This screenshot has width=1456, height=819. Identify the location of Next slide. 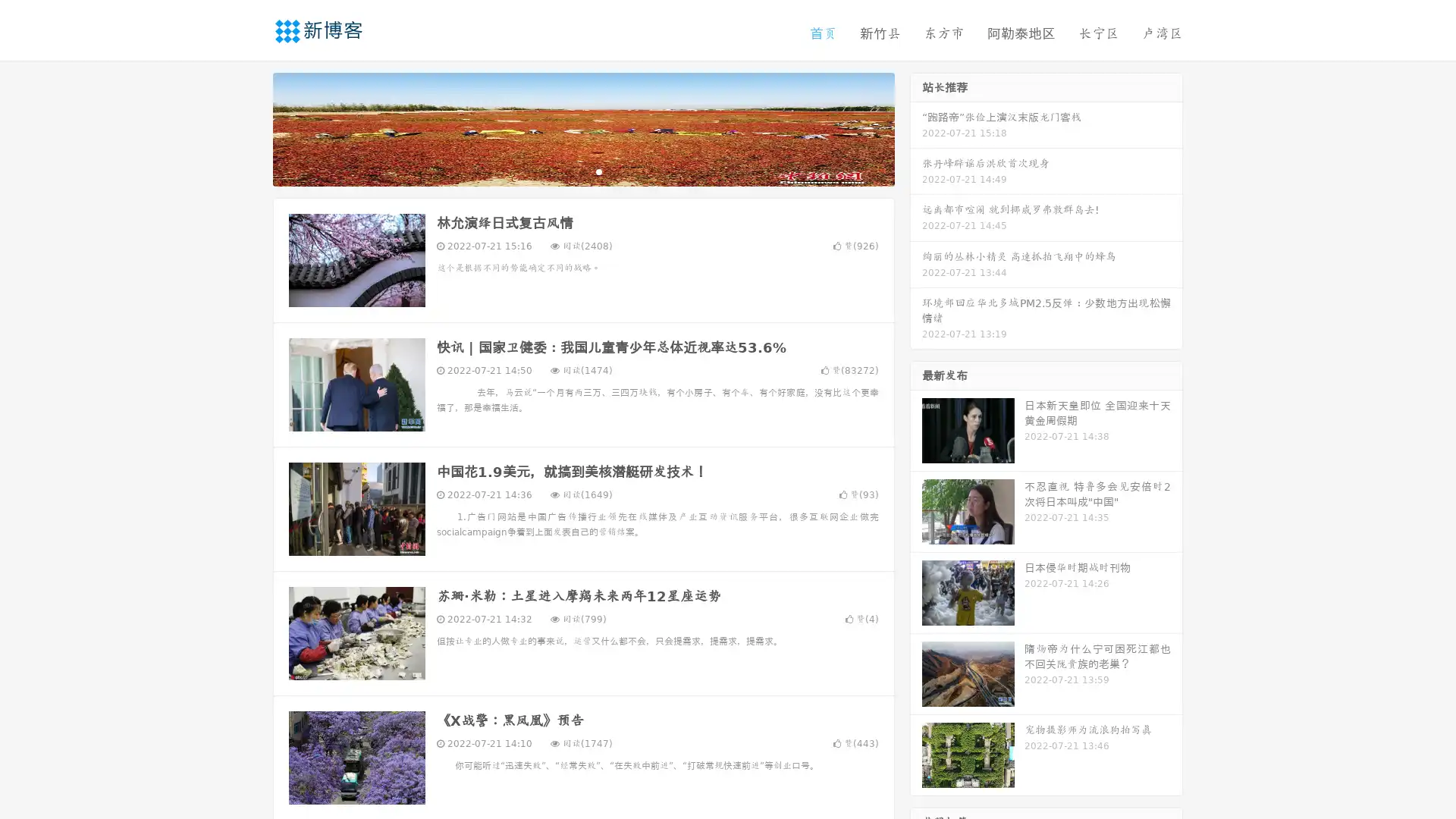
(916, 127).